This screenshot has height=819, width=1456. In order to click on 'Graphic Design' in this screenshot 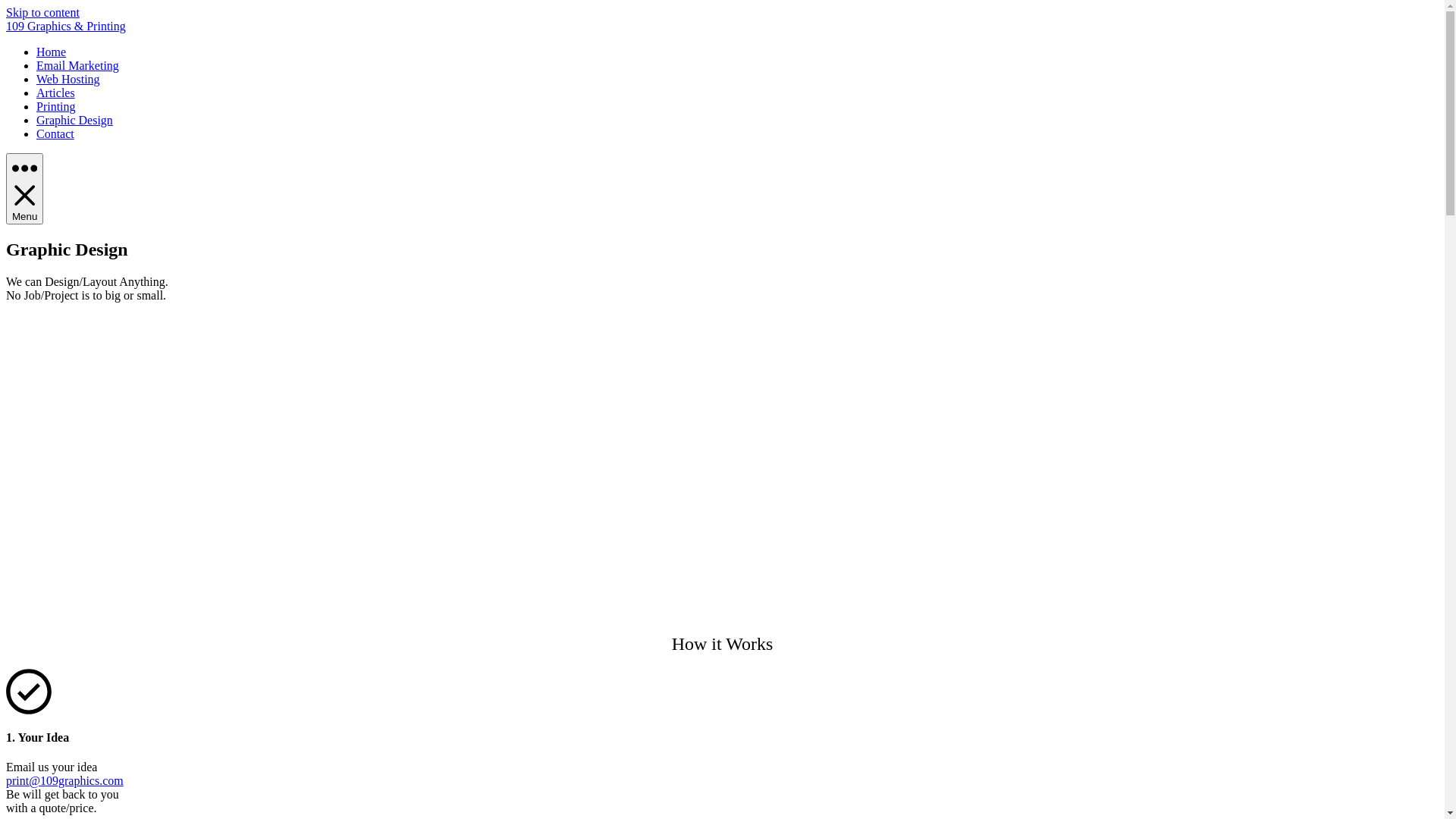, I will do `click(74, 119)`.